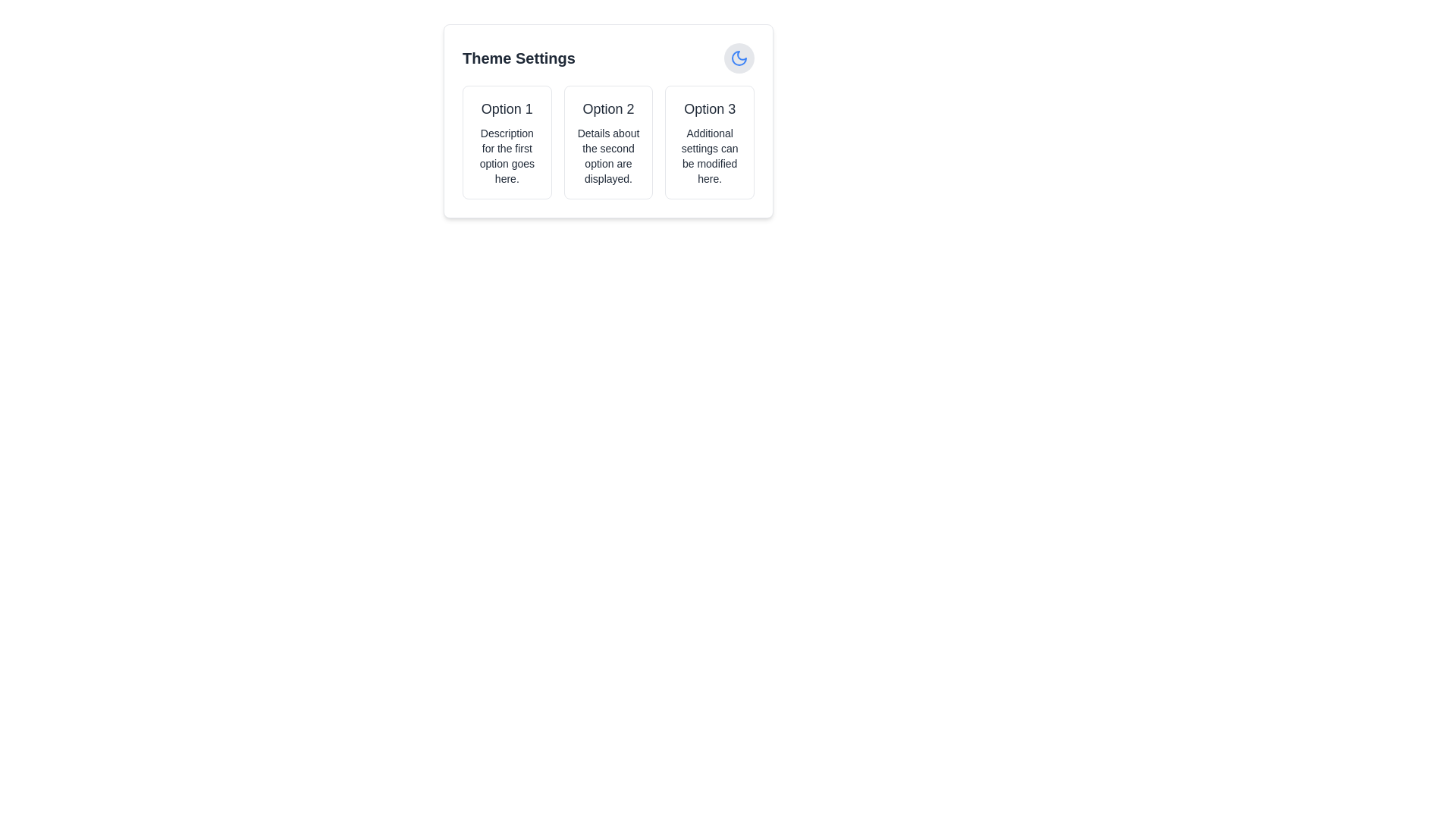 The height and width of the screenshot is (819, 1456). What do you see at coordinates (608, 155) in the screenshot?
I see `the text label that reads 'Details about the second option are displayed.' which is located below the title 'Option 2' in the card layout` at bounding box center [608, 155].